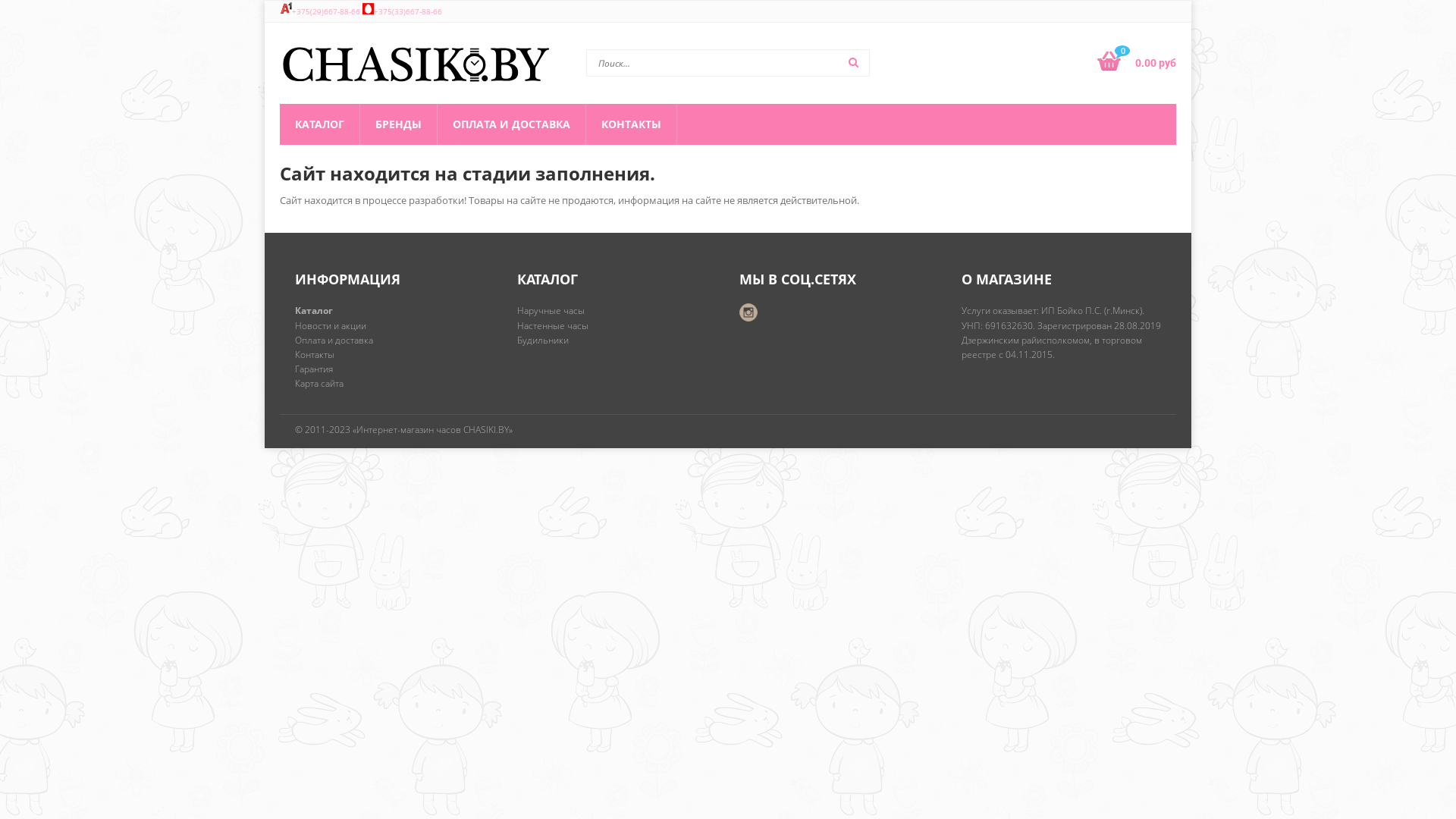 The image size is (1456, 819). What do you see at coordinates (325, 11) in the screenshot?
I see `'+375(29)667-88-66'` at bounding box center [325, 11].